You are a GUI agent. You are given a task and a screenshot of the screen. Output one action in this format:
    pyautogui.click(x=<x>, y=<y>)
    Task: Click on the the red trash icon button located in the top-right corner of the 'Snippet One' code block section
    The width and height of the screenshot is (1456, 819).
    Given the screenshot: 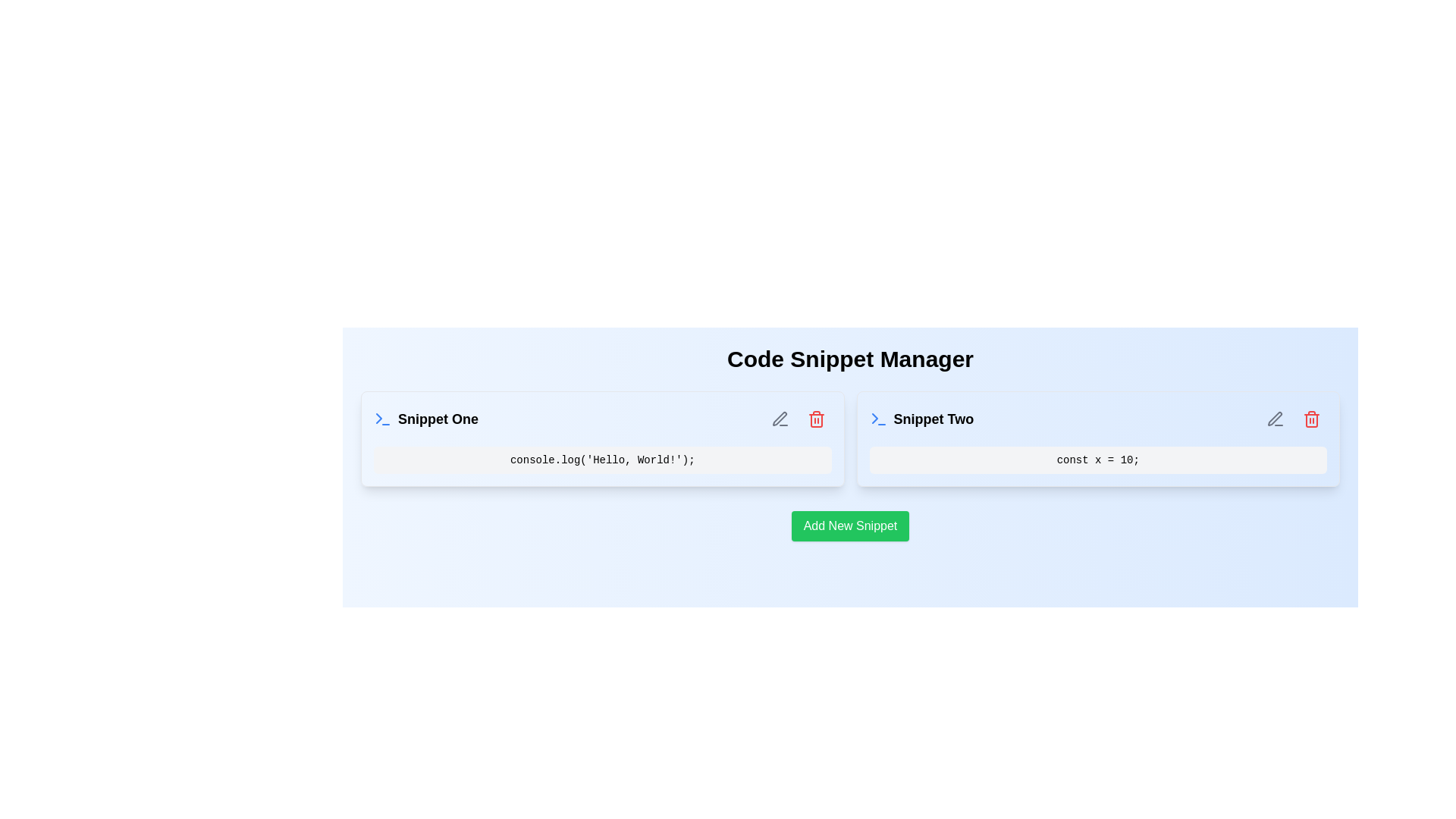 What is the action you would take?
    pyautogui.click(x=815, y=419)
    